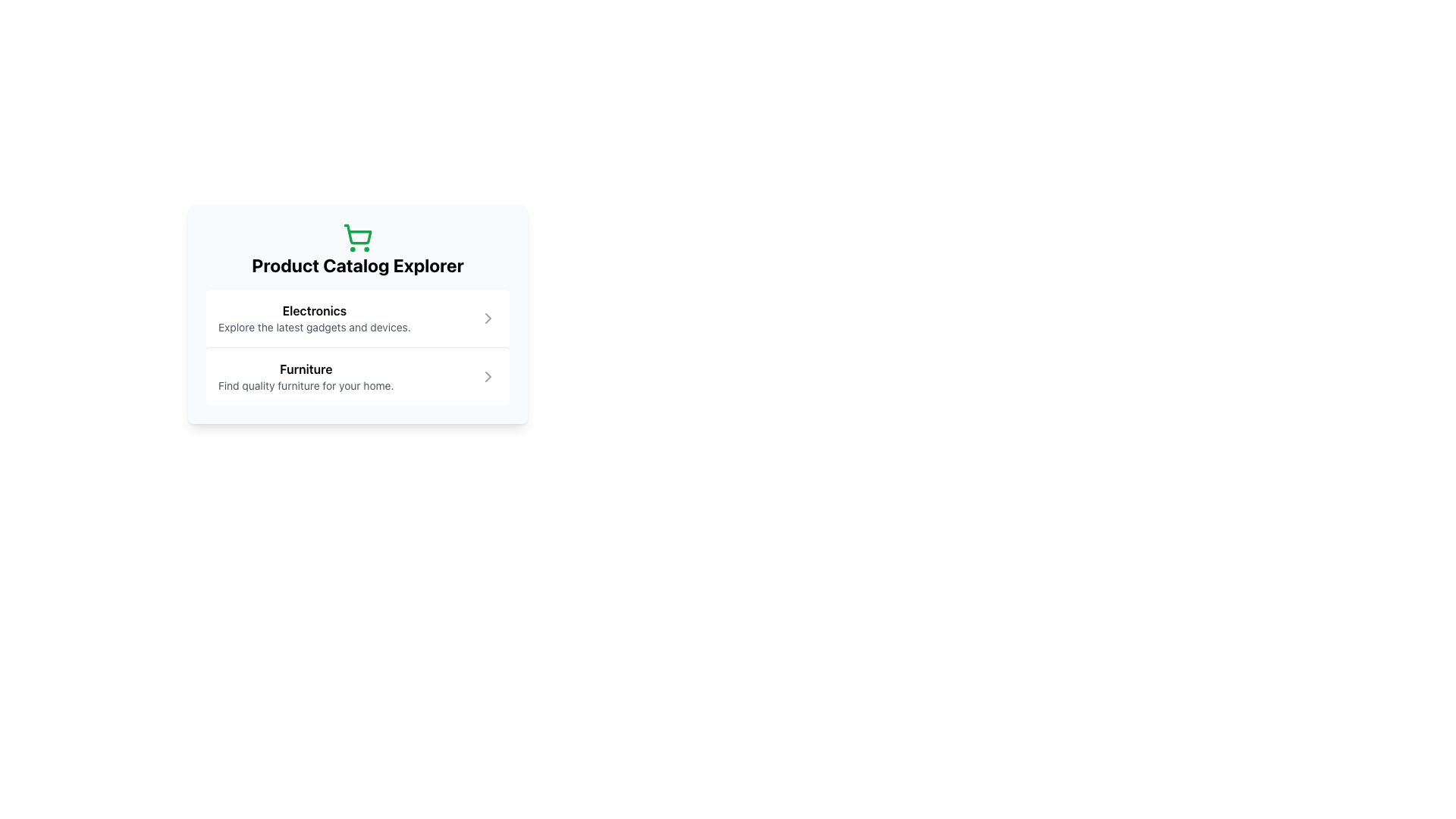 This screenshot has height=819, width=1456. What do you see at coordinates (488, 318) in the screenshot?
I see `the rightward-pointing chevron icon styled in light gray, positioned to the far right of the 'Electronics' section in the upper half of the main panel` at bounding box center [488, 318].